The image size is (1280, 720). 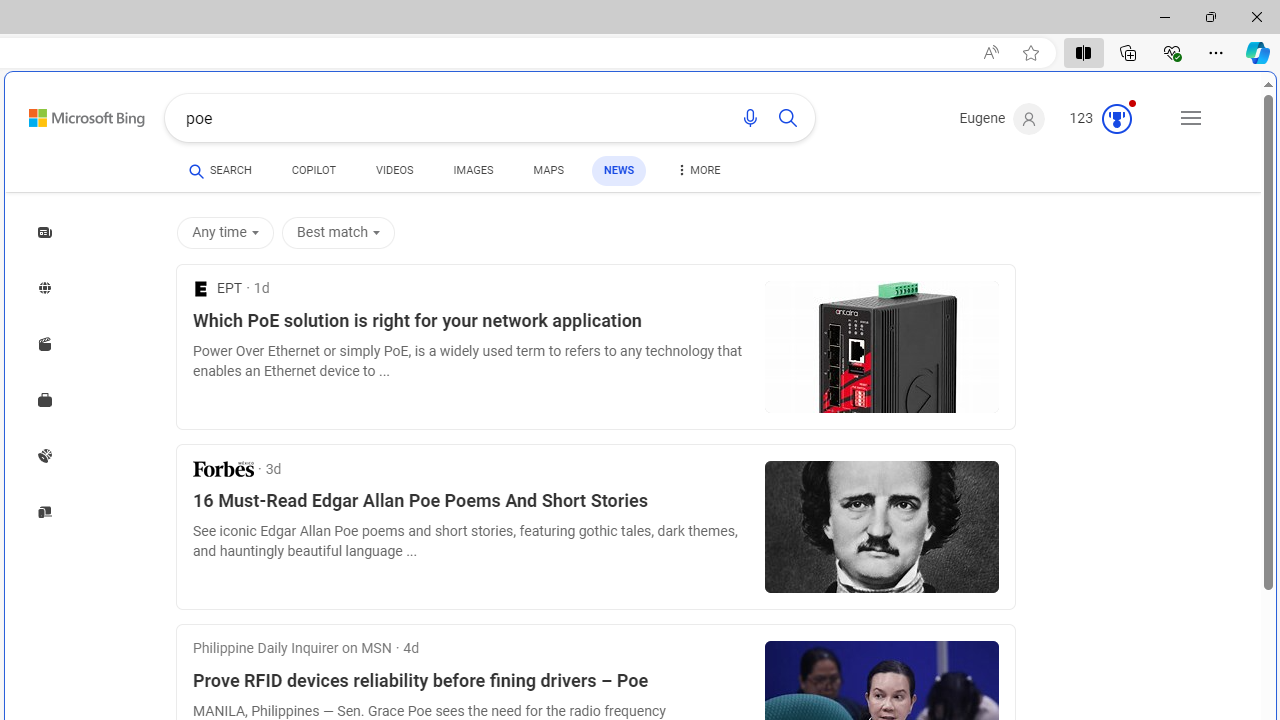 What do you see at coordinates (342, 231) in the screenshot?
I see `'Best match'` at bounding box center [342, 231].